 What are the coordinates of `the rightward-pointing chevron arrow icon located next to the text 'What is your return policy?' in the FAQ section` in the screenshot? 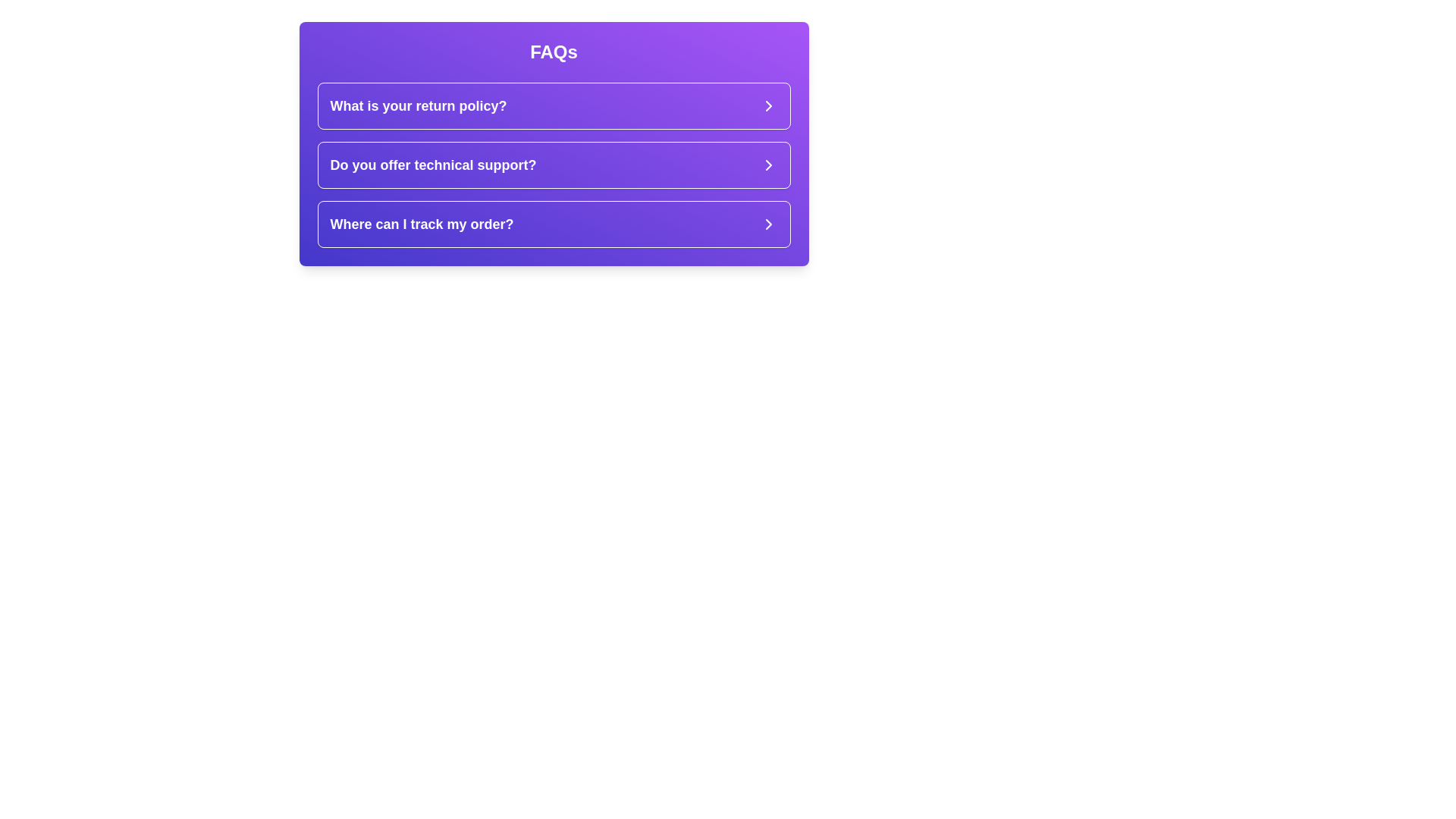 It's located at (768, 105).